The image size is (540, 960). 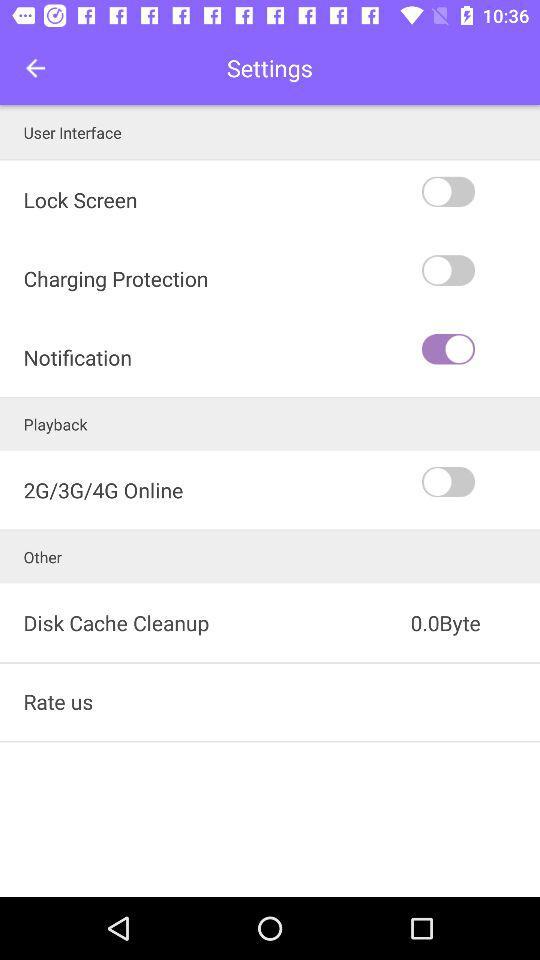 What do you see at coordinates (478, 481) in the screenshot?
I see `item to the right of the 2g 3g 4g` at bounding box center [478, 481].